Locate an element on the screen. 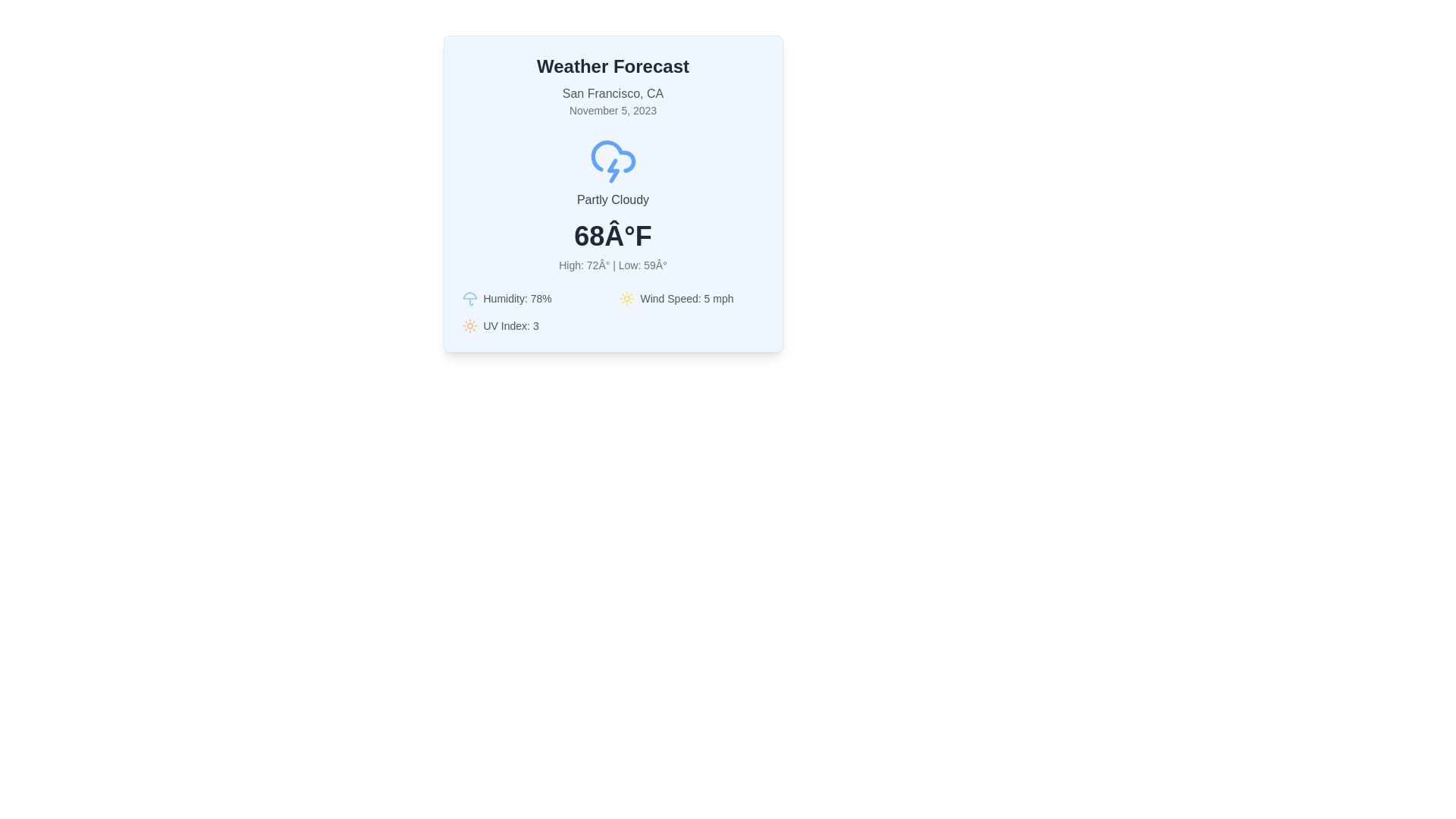  the static text element that serves as a title header for the weather information, located at the top of the section is located at coordinates (613, 66).